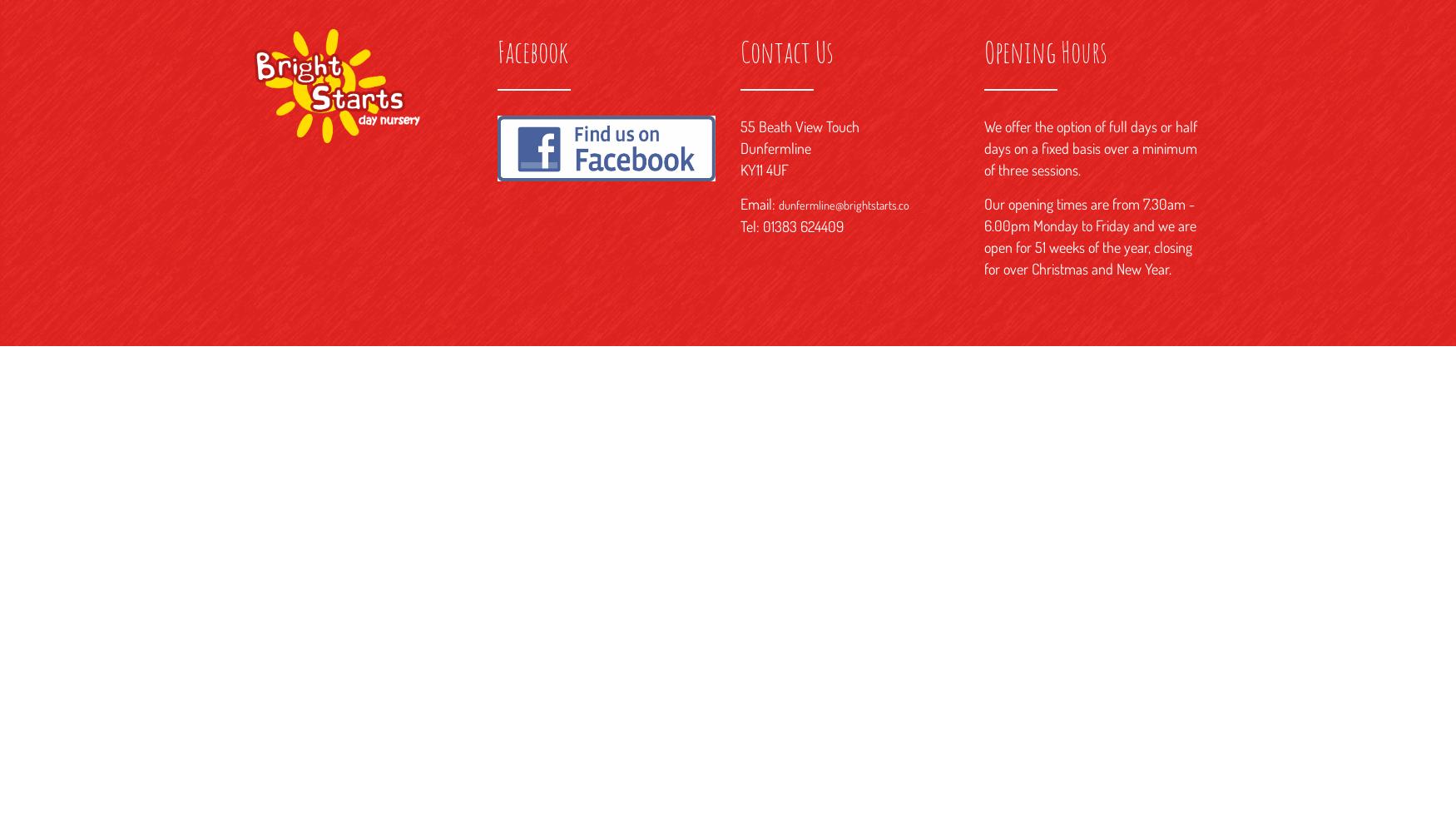 The height and width of the screenshot is (832, 1456). What do you see at coordinates (843, 204) in the screenshot?
I see `'dunfermline@brightstarts.co'` at bounding box center [843, 204].